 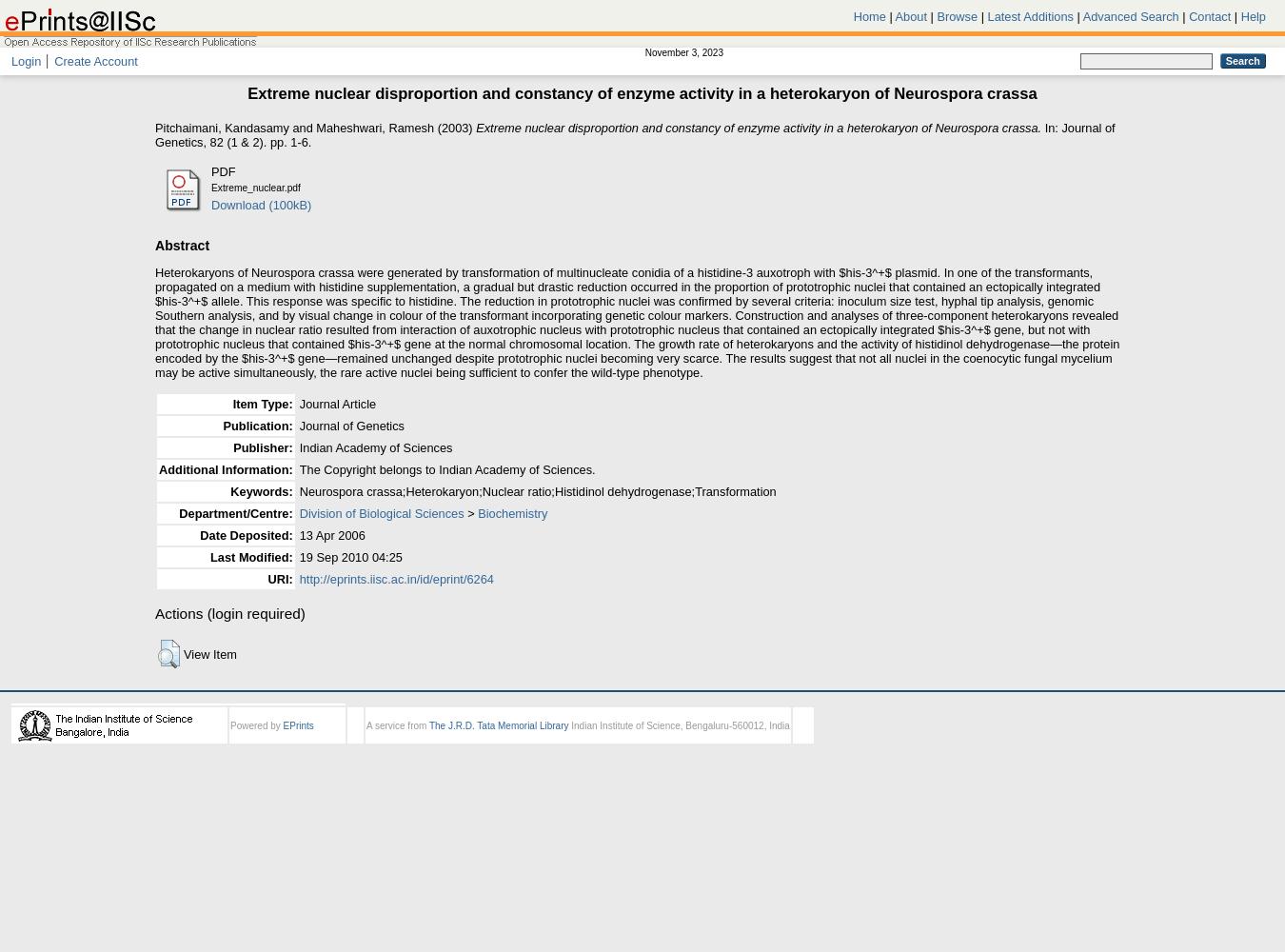 What do you see at coordinates (936, 16) in the screenshot?
I see `'Browse'` at bounding box center [936, 16].